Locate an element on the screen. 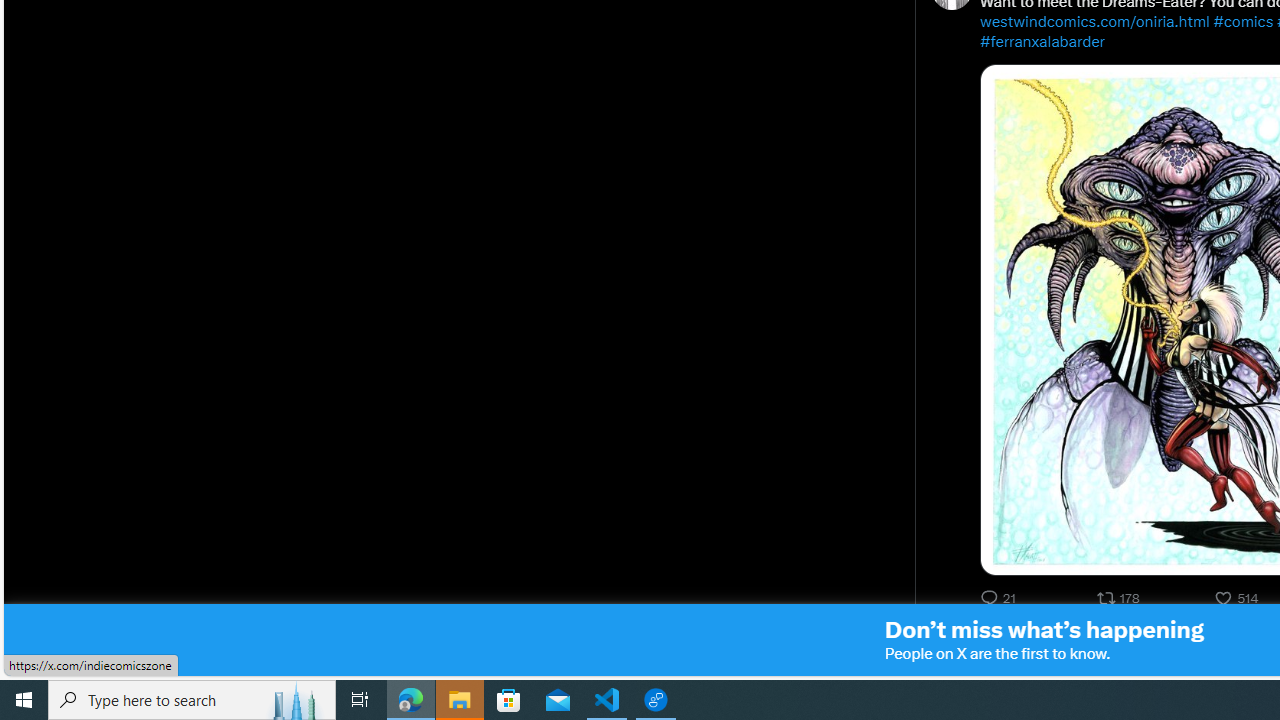 The width and height of the screenshot is (1280, 720). '21 Replies. Reply' is located at coordinates (1000, 597).